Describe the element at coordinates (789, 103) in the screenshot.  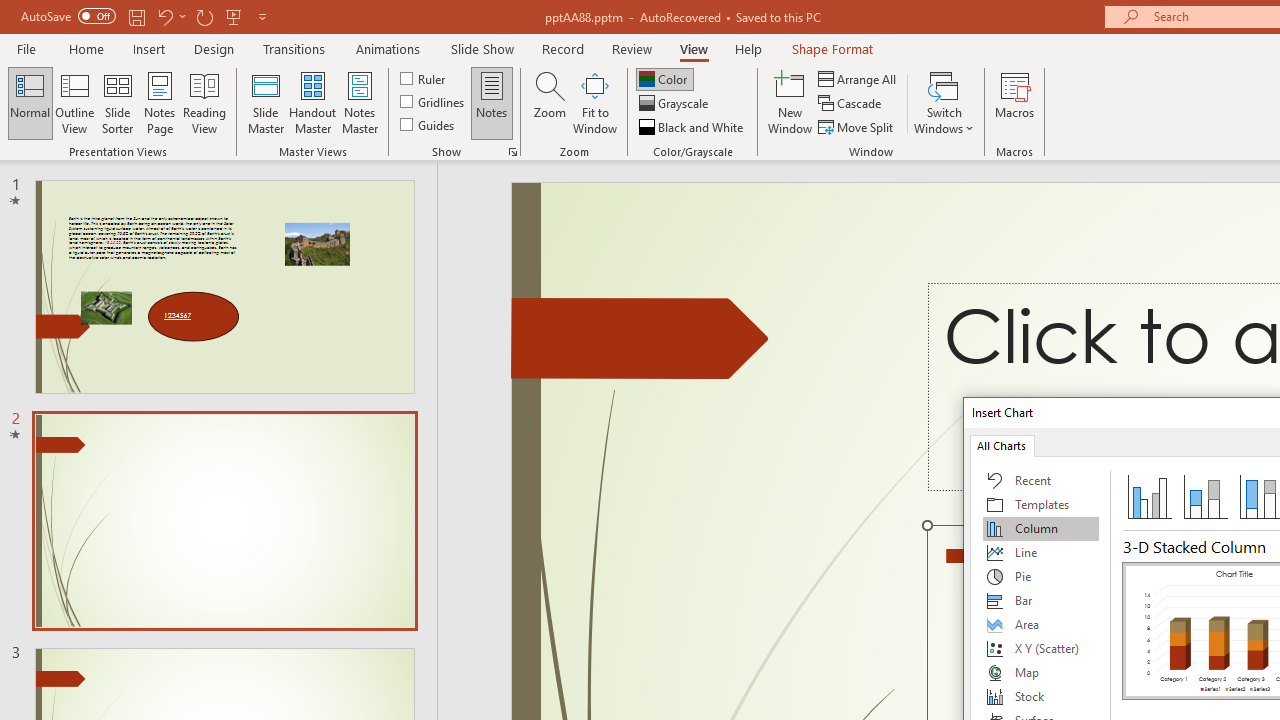
I see `'New Window'` at that location.